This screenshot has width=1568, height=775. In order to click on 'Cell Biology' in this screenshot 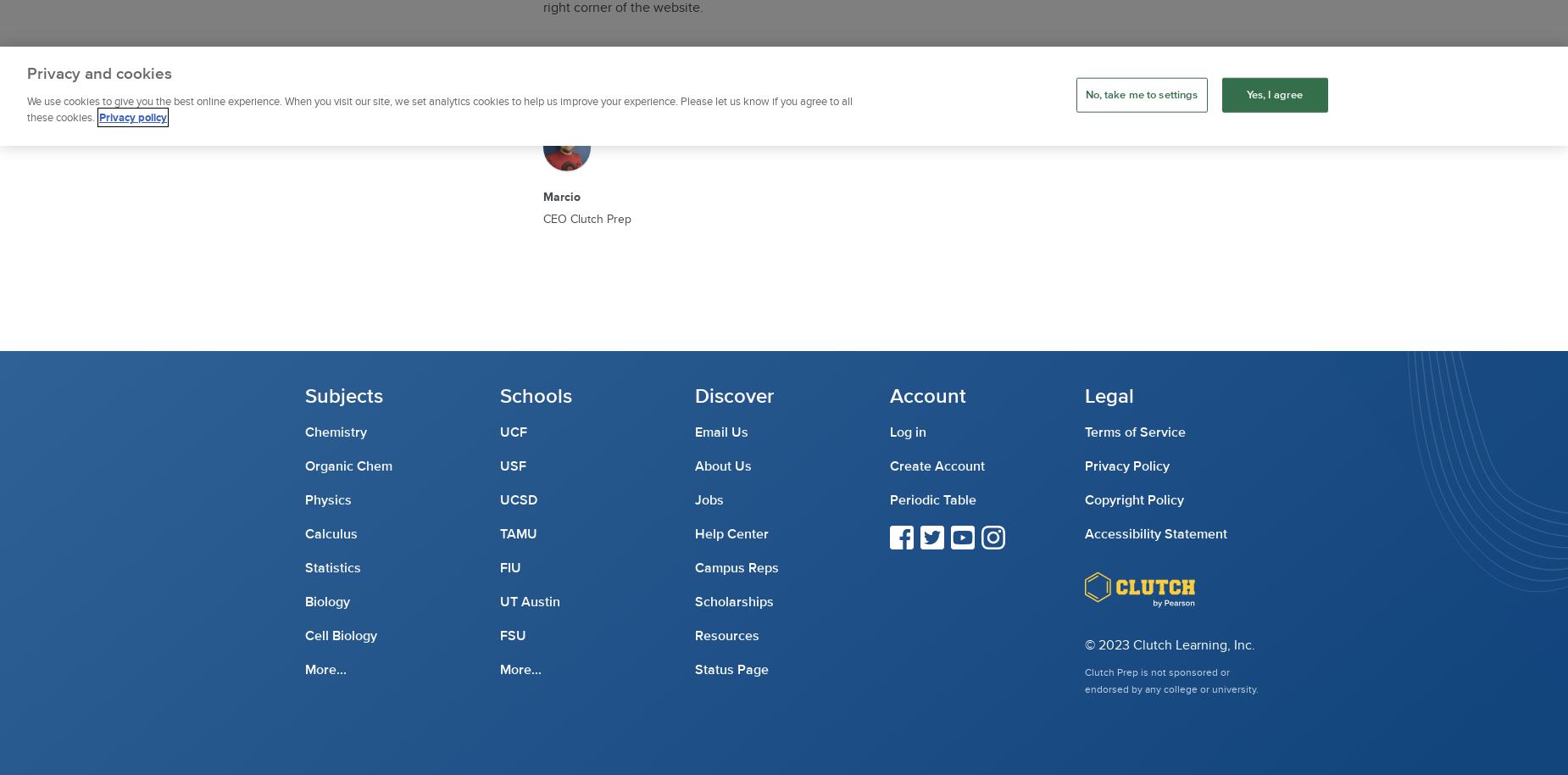, I will do `click(304, 636)`.